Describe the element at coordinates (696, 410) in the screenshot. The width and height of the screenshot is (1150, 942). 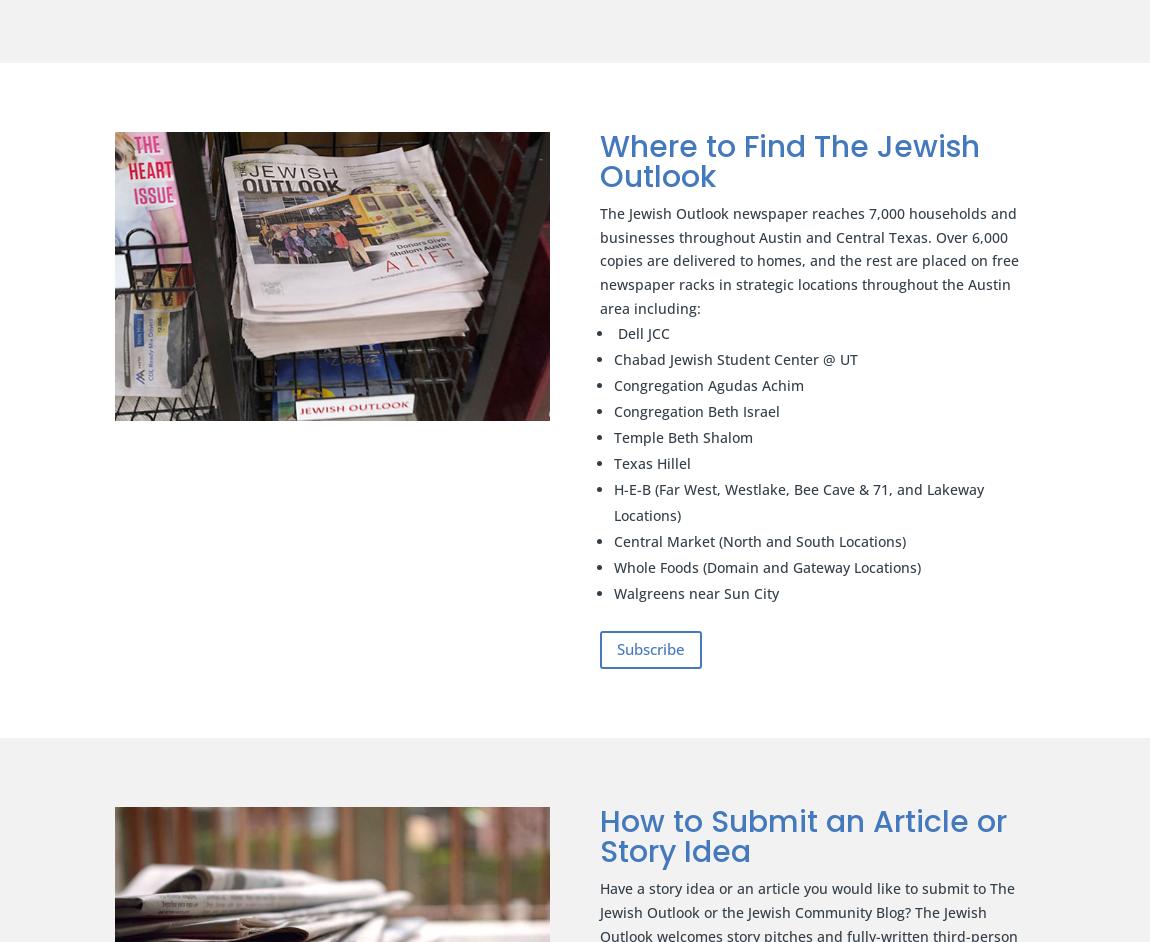
I see `'Congregation Beth Israel'` at that location.